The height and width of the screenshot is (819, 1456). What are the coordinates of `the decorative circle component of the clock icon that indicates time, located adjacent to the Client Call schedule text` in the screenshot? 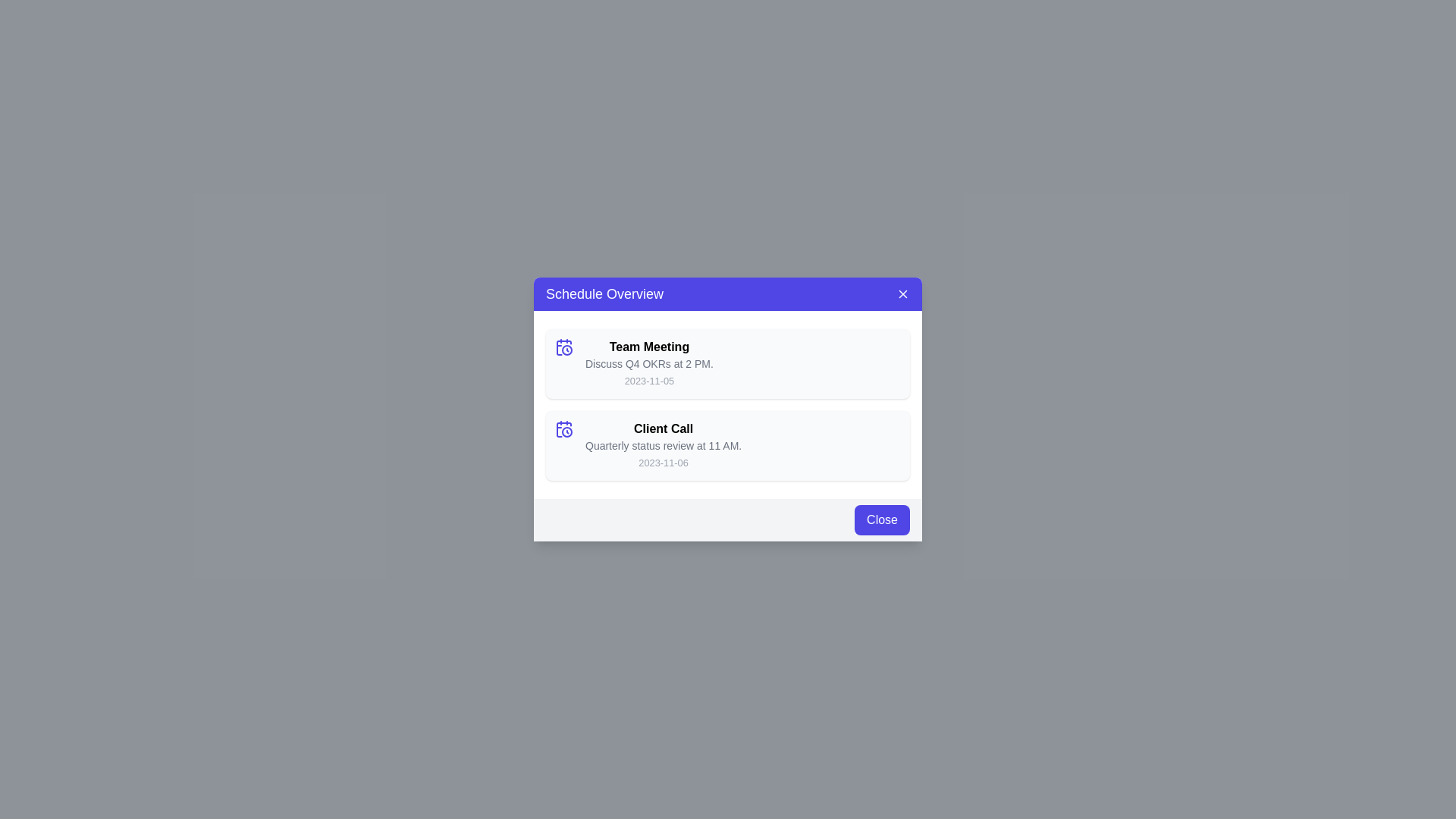 It's located at (566, 432).